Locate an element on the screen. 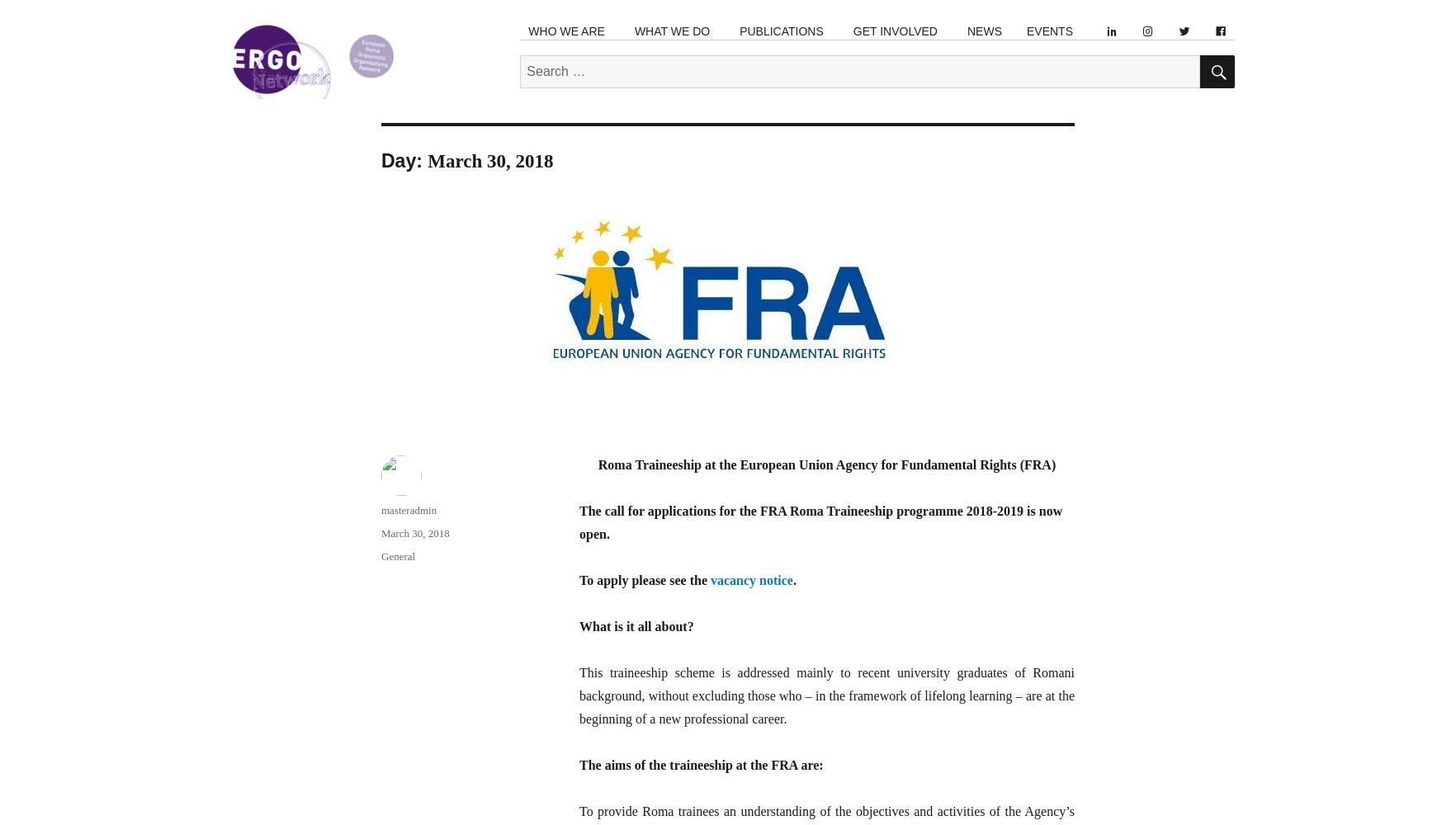 This screenshot has width=1456, height=825. 'Covid-19' is located at coordinates (762, 316).